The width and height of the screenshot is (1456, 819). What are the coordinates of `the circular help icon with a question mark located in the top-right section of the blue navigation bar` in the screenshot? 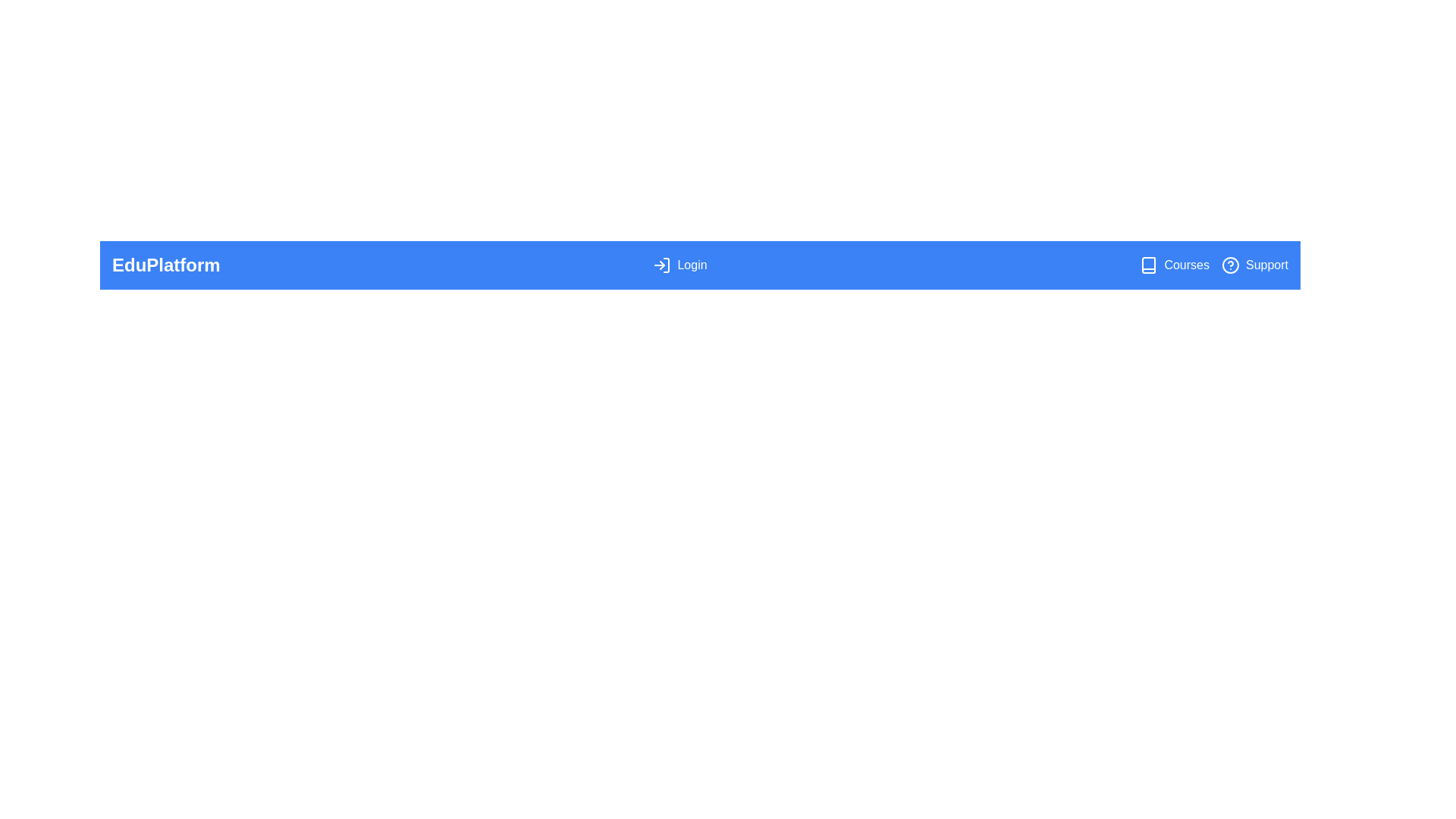 It's located at (1230, 265).